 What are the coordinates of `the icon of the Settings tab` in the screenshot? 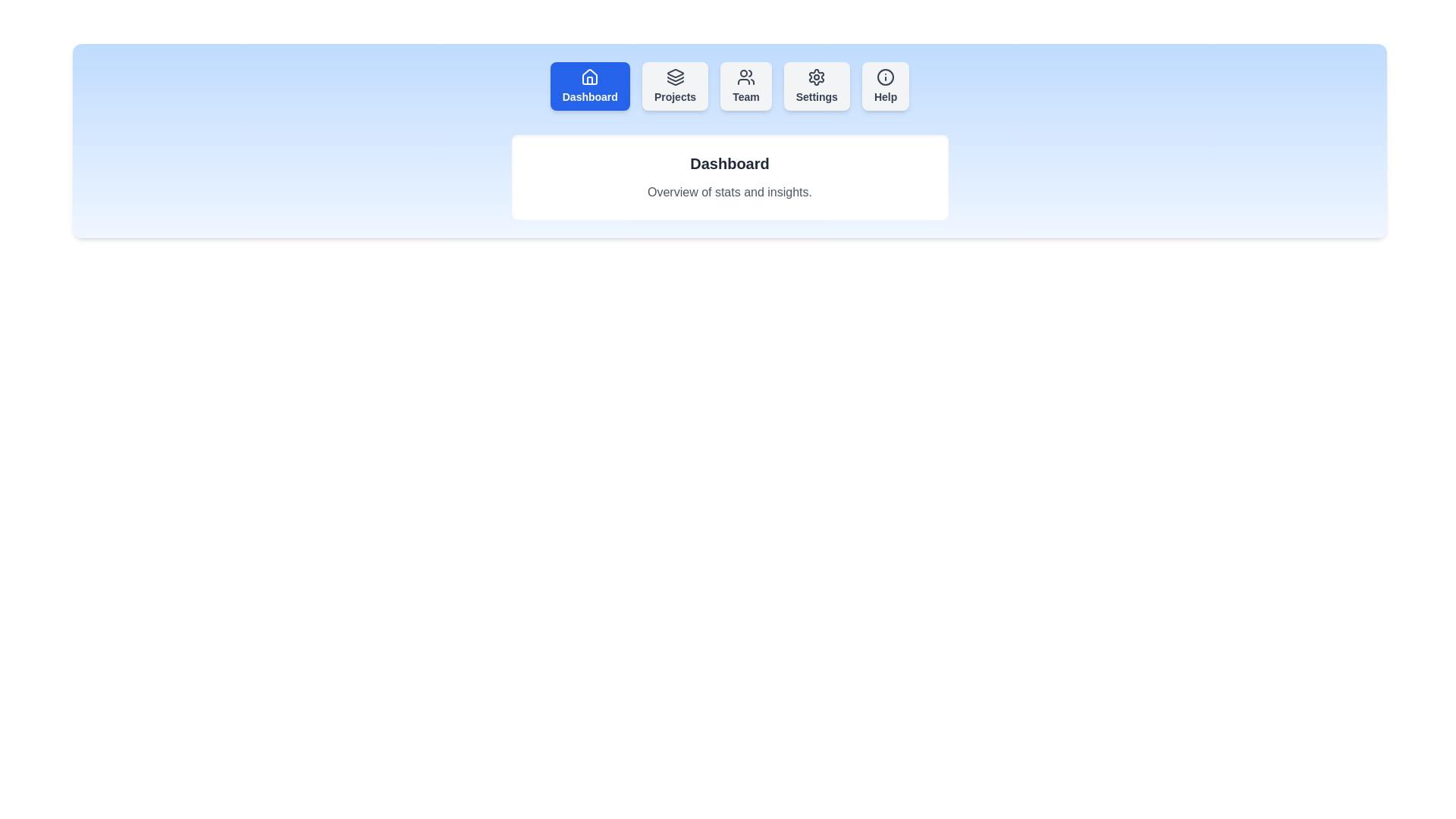 It's located at (816, 77).